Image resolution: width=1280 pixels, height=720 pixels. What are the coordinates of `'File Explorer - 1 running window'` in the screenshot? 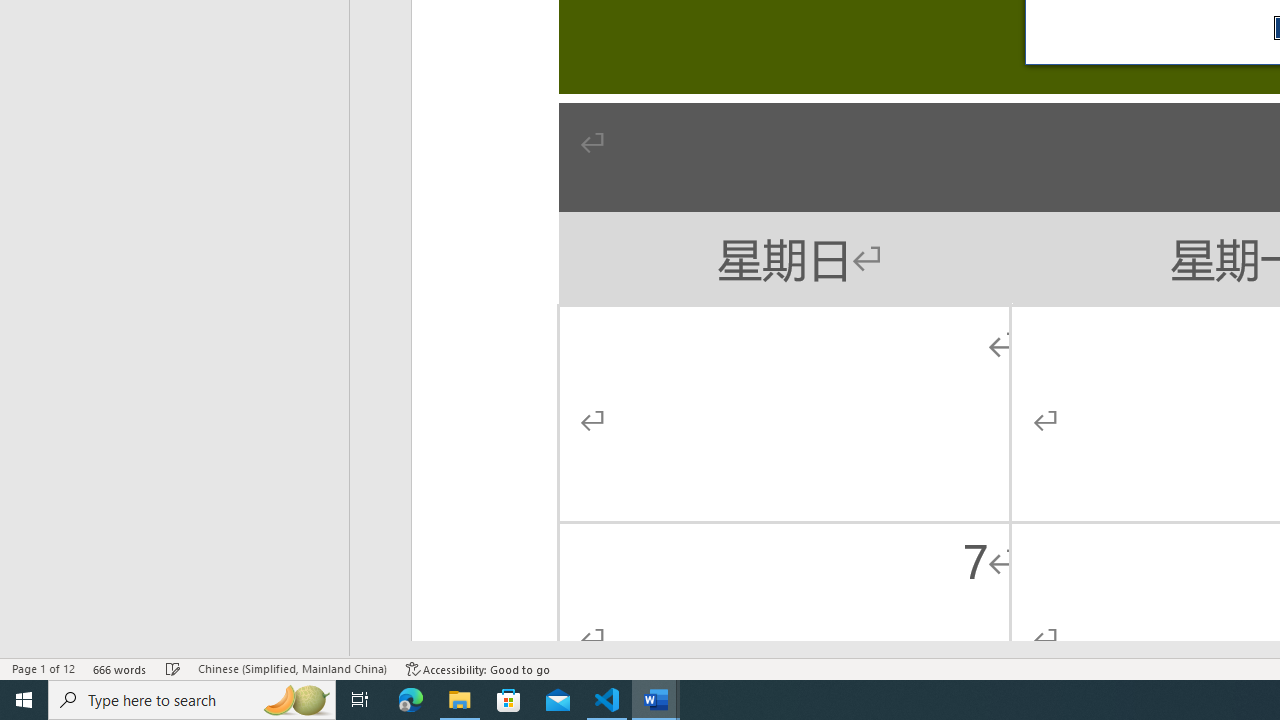 It's located at (459, 698).